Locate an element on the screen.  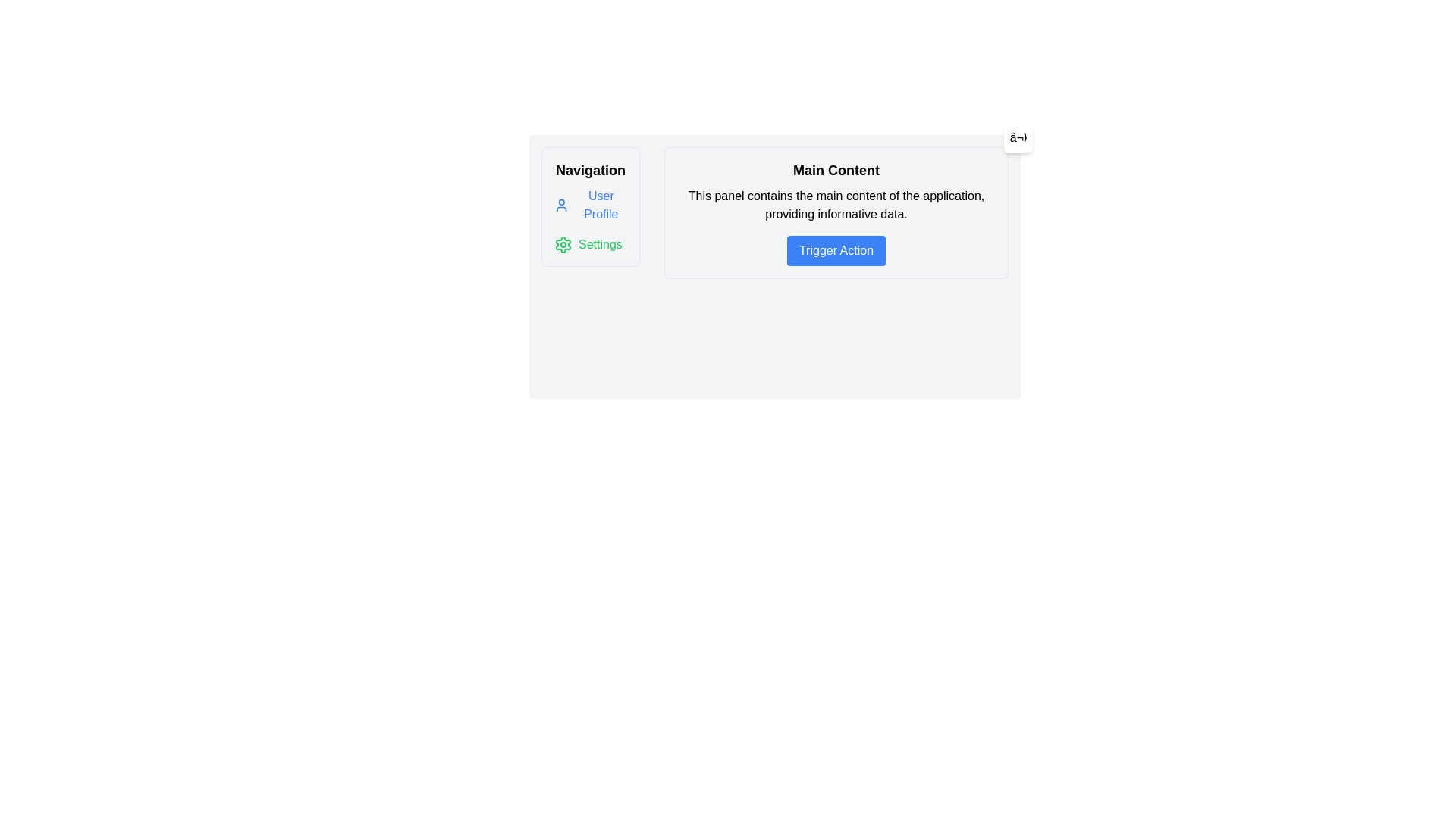
the user profile icon located in the navigation panel, positioned directly above the text 'User Profile' is located at coordinates (560, 205).